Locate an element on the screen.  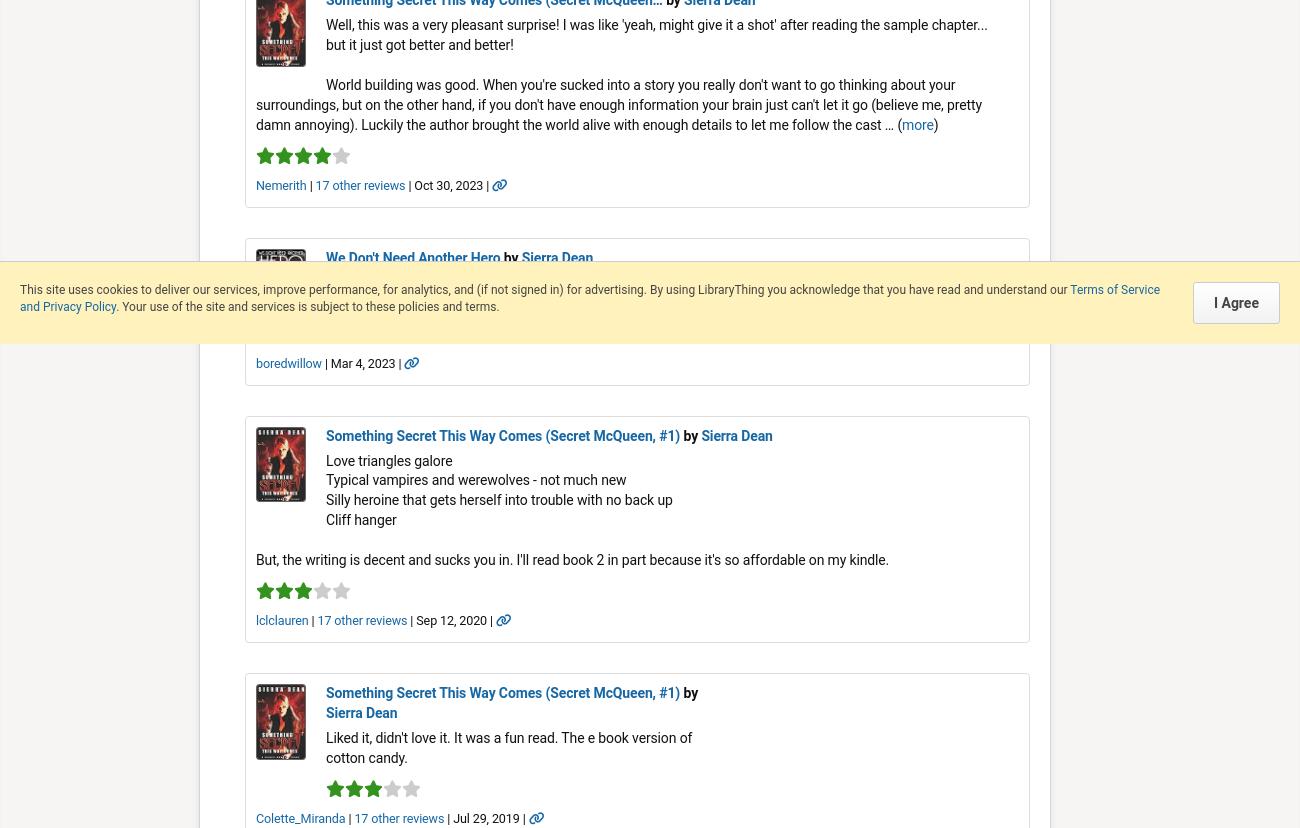
'Colette_Miranda' is located at coordinates (254, 817).